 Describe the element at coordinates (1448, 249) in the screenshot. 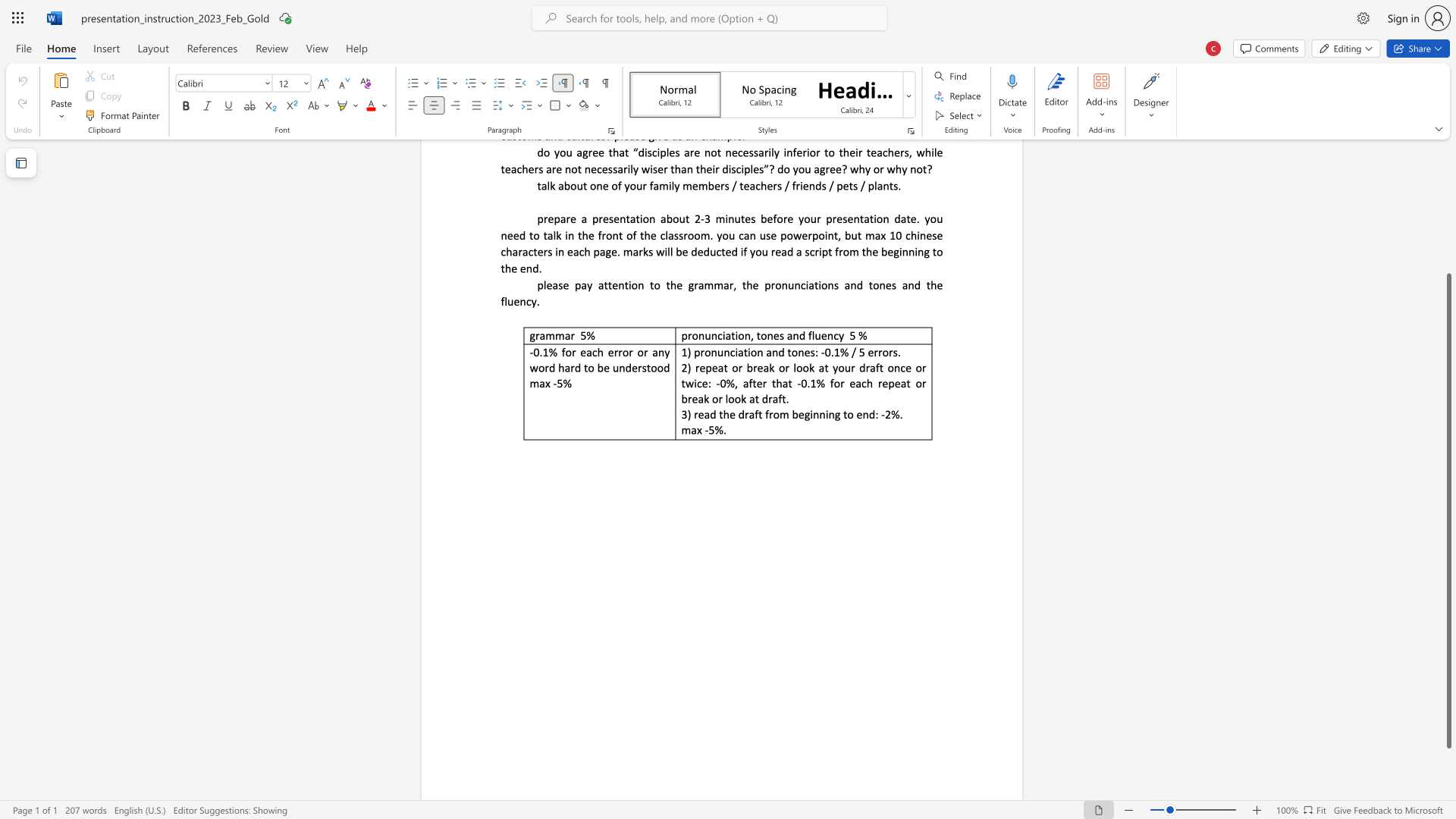

I see `the scrollbar on the right to move the page upward` at that location.